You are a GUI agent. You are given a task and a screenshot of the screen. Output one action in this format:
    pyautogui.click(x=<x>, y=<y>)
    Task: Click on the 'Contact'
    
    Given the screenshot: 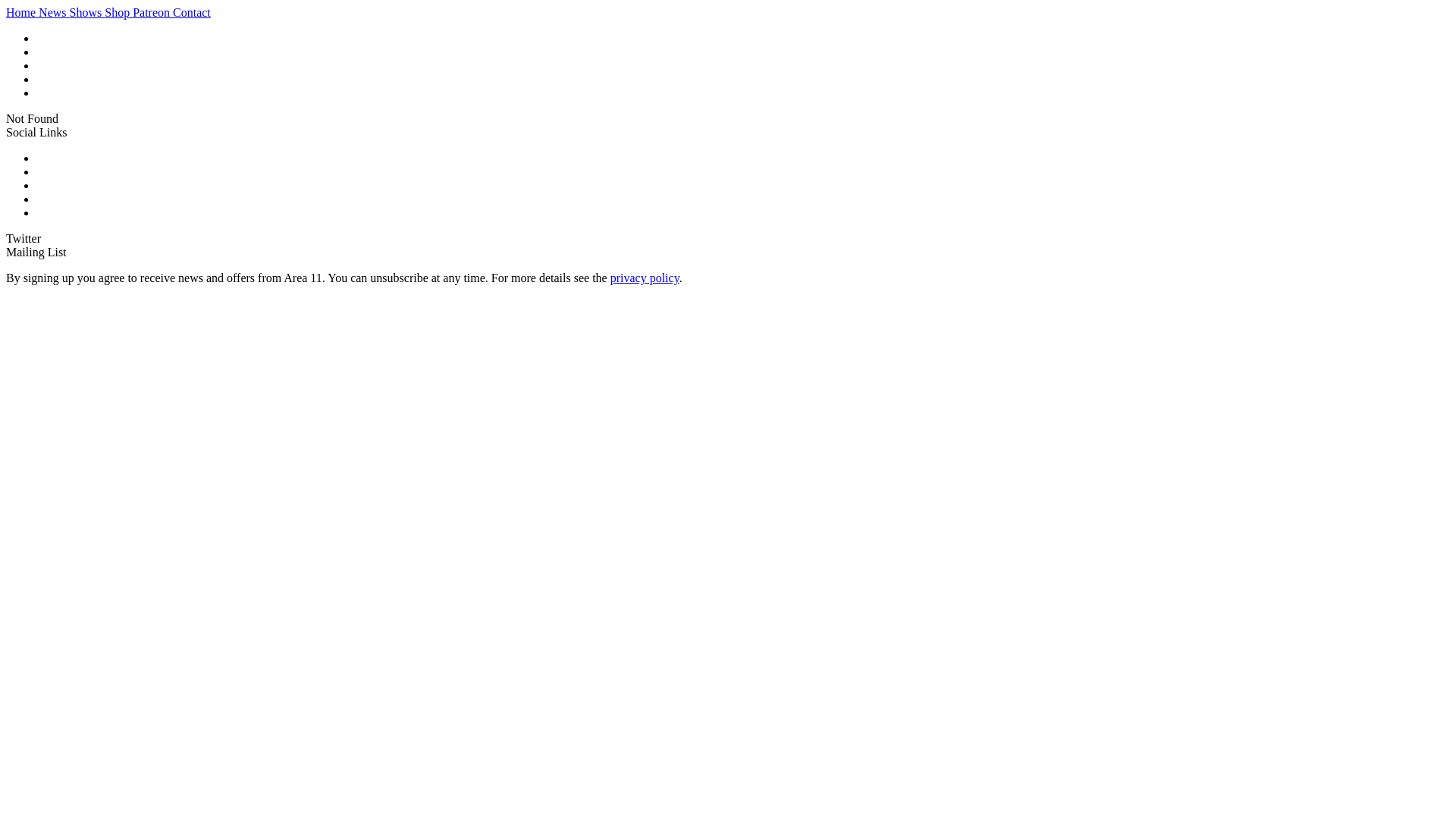 What is the action you would take?
    pyautogui.click(x=172, y=12)
    